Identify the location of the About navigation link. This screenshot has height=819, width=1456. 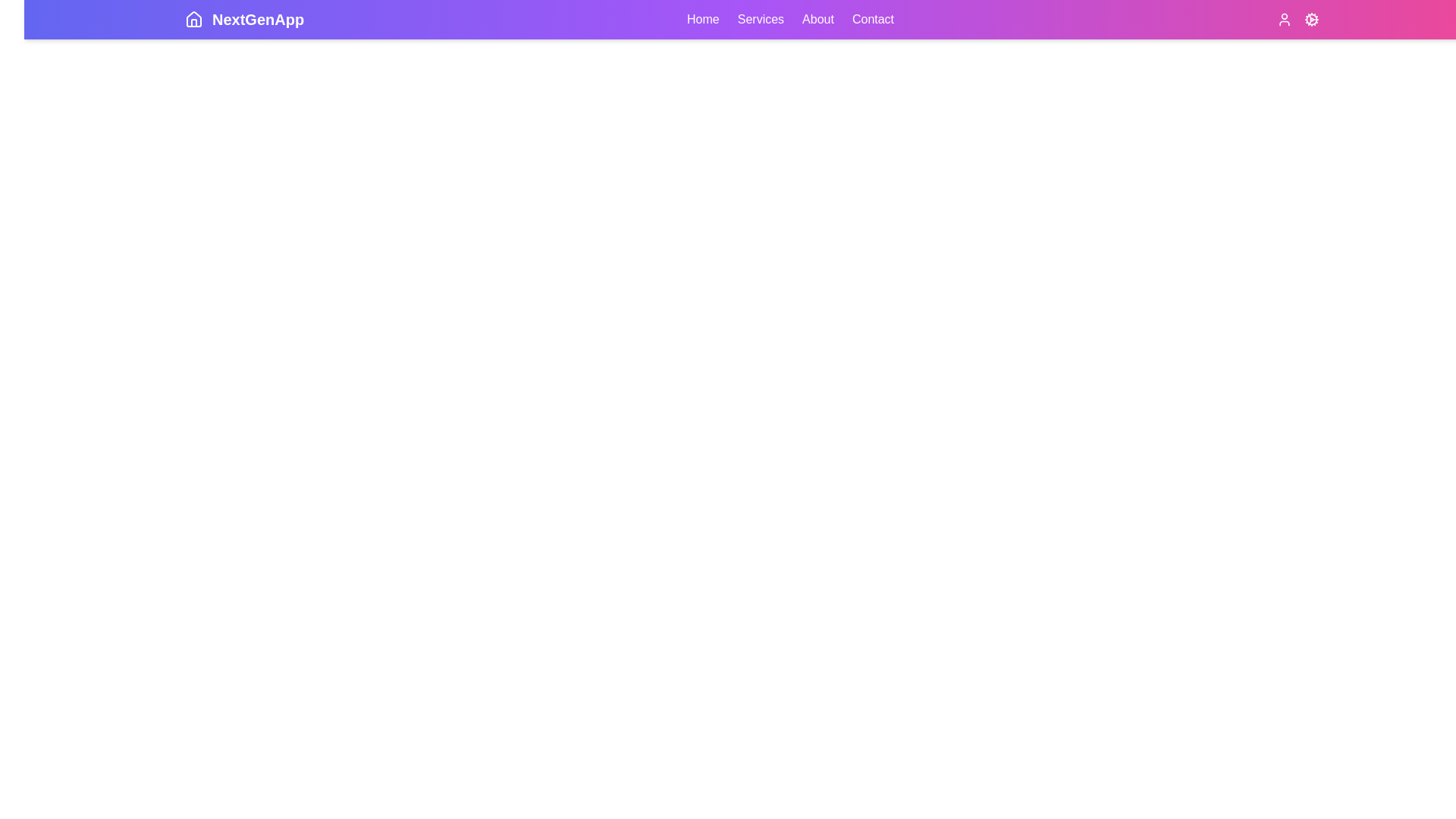
(817, 20).